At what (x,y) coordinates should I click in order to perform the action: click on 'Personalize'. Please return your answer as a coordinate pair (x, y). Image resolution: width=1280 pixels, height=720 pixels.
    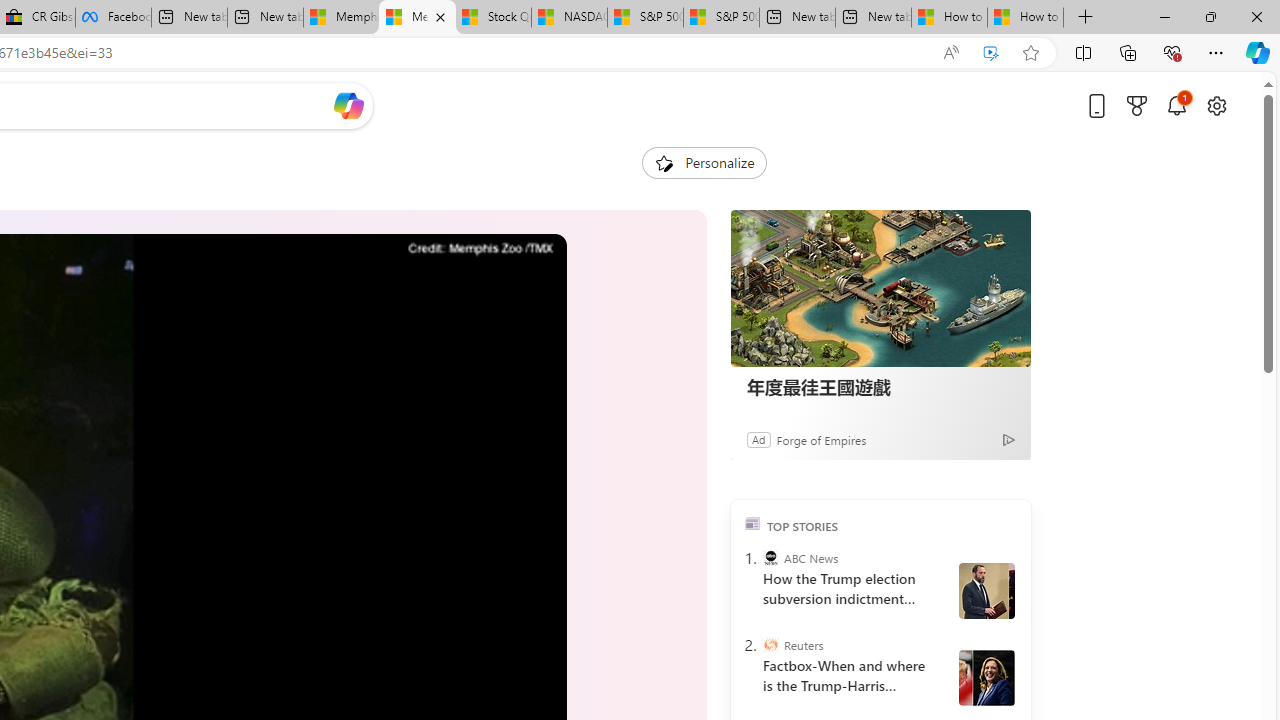
    Looking at the image, I should click on (704, 162).